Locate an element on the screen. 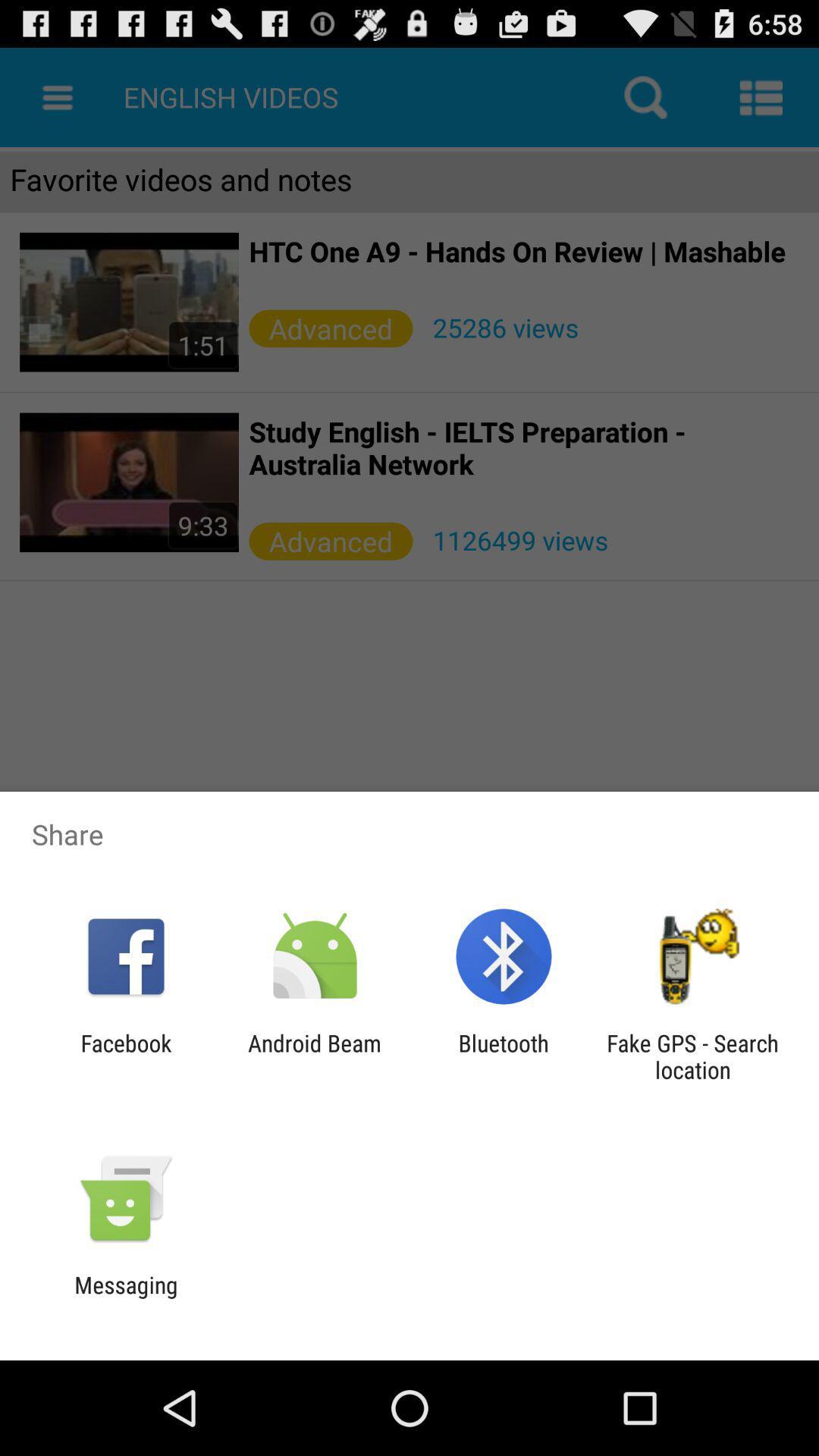 This screenshot has width=819, height=1456. item next to android beam app is located at coordinates (504, 1056).